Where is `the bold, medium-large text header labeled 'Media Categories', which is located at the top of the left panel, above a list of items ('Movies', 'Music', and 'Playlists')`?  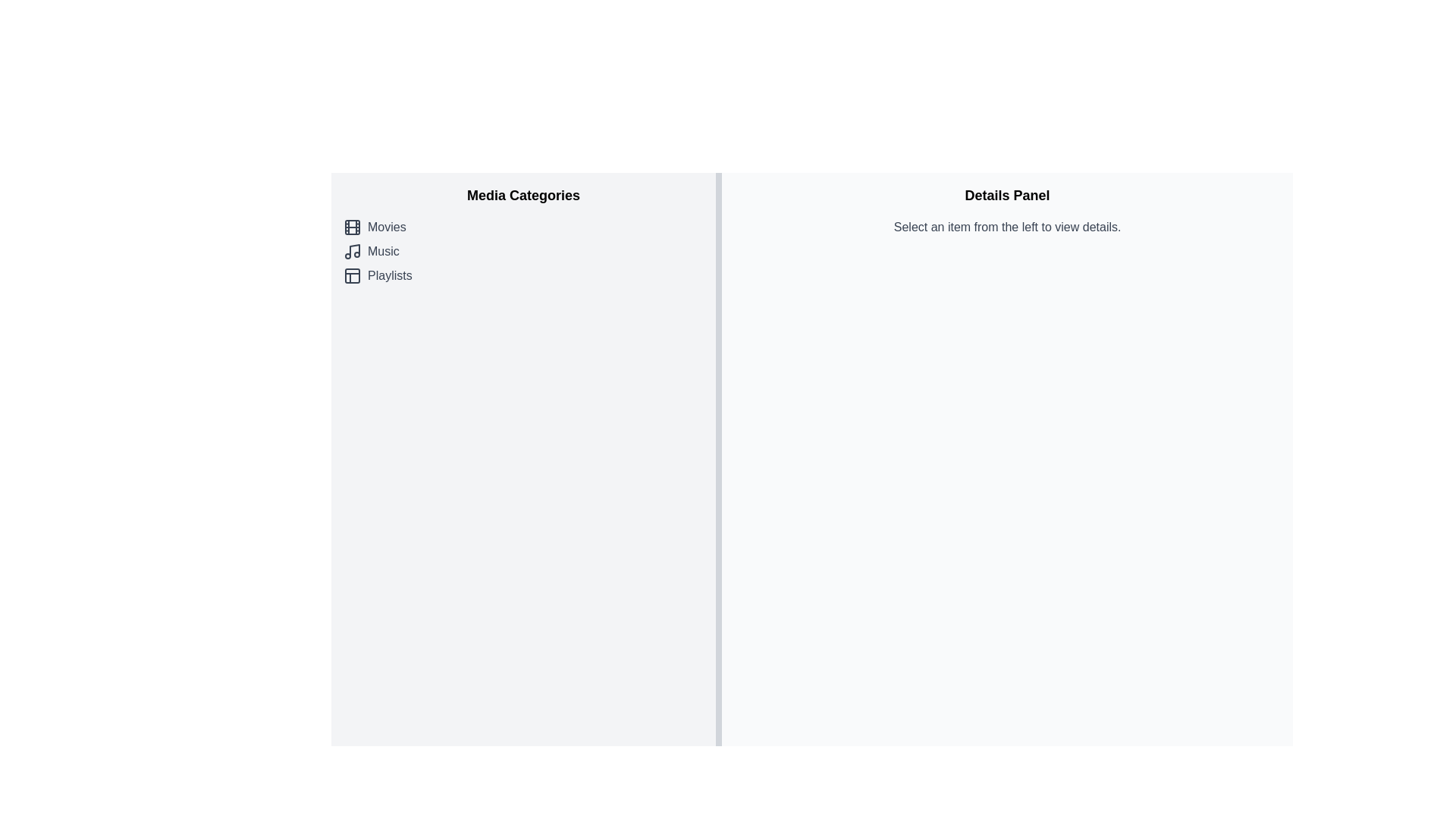 the bold, medium-large text header labeled 'Media Categories', which is located at the top of the left panel, above a list of items ('Movies', 'Music', and 'Playlists') is located at coordinates (523, 195).